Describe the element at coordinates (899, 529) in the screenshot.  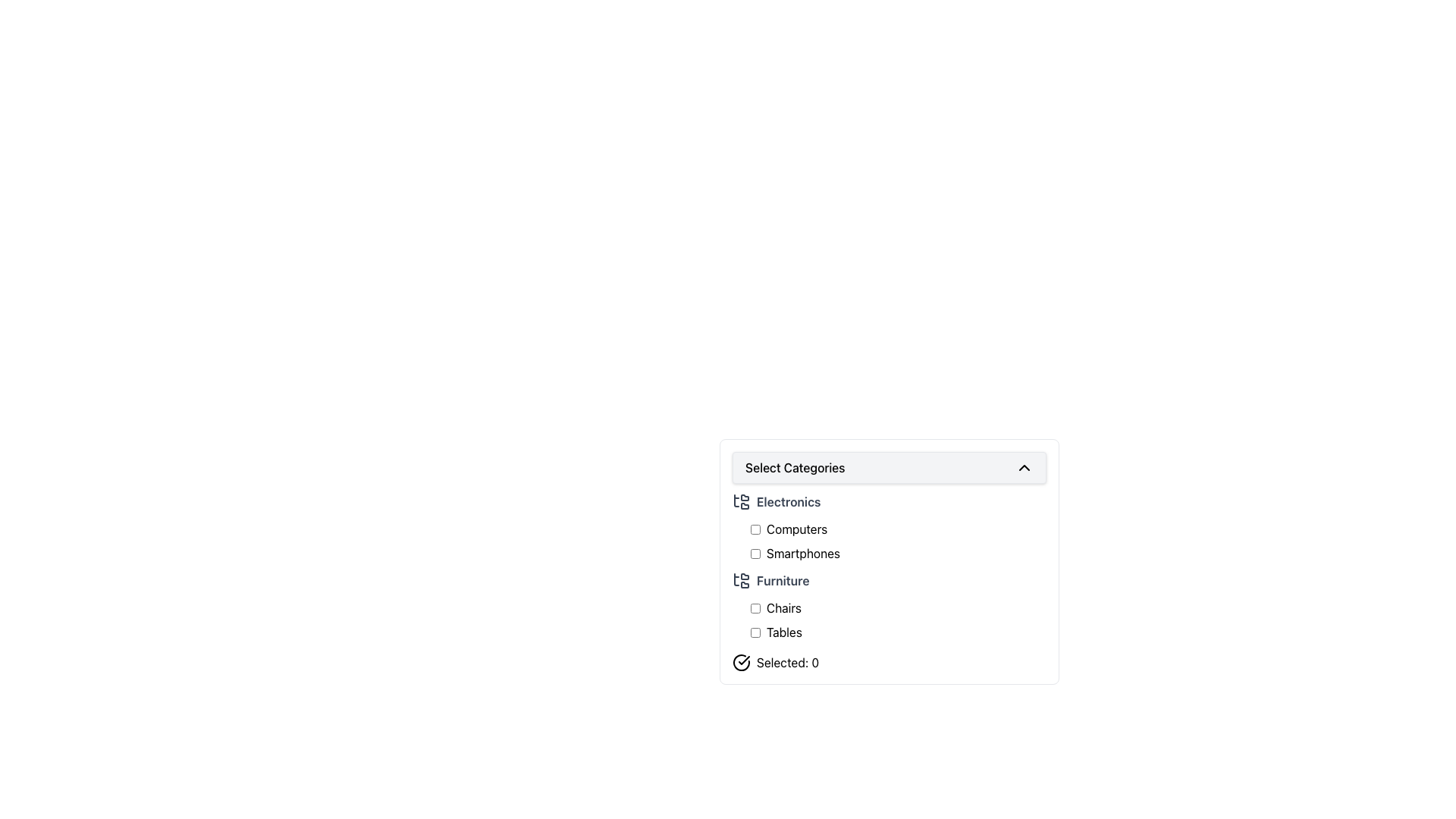
I see `the unselected checkbox labeled 'Computers' for keyboard interaction within the Electronics category` at that location.